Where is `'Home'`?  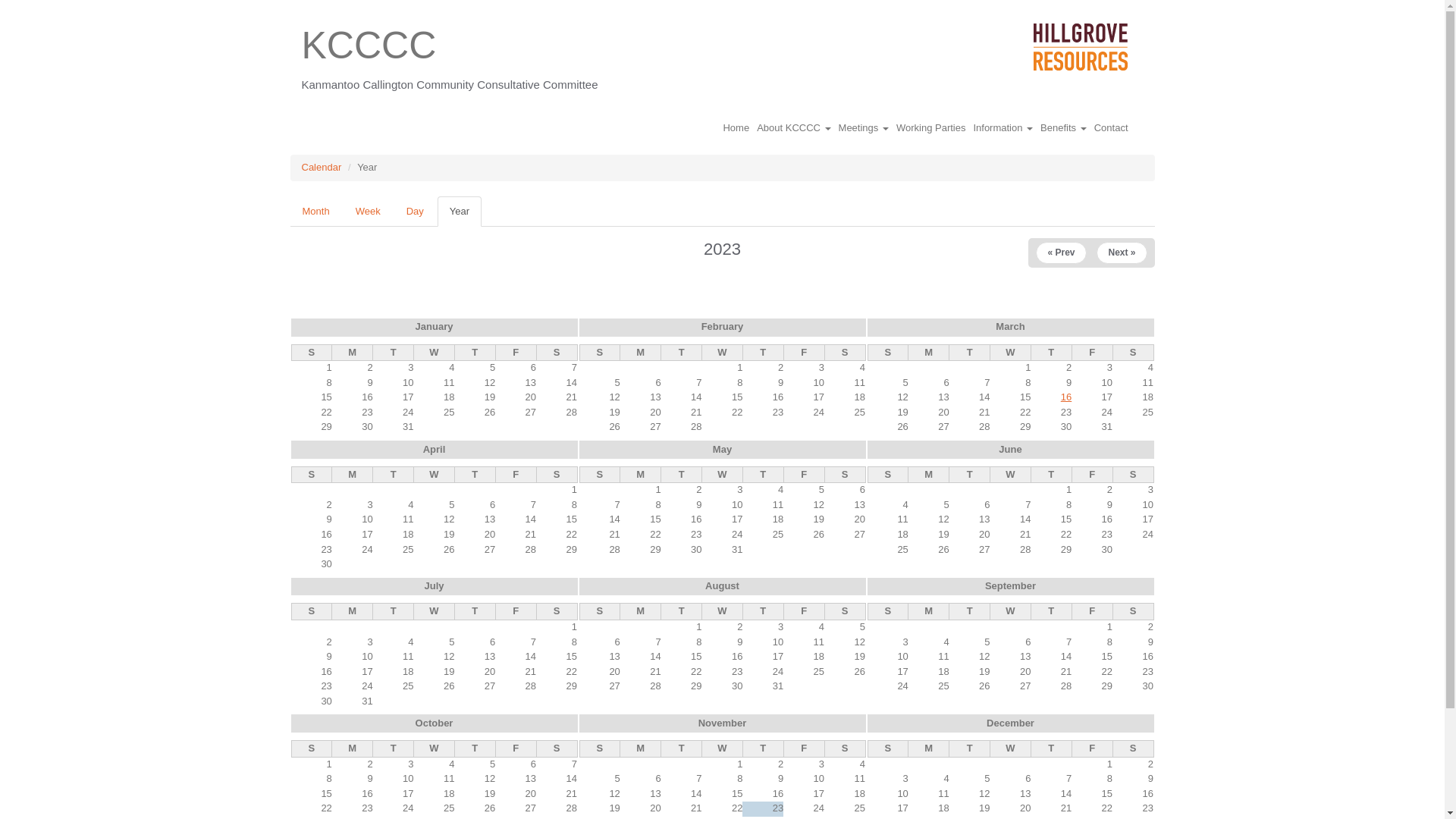 'Home' is located at coordinates (718, 127).